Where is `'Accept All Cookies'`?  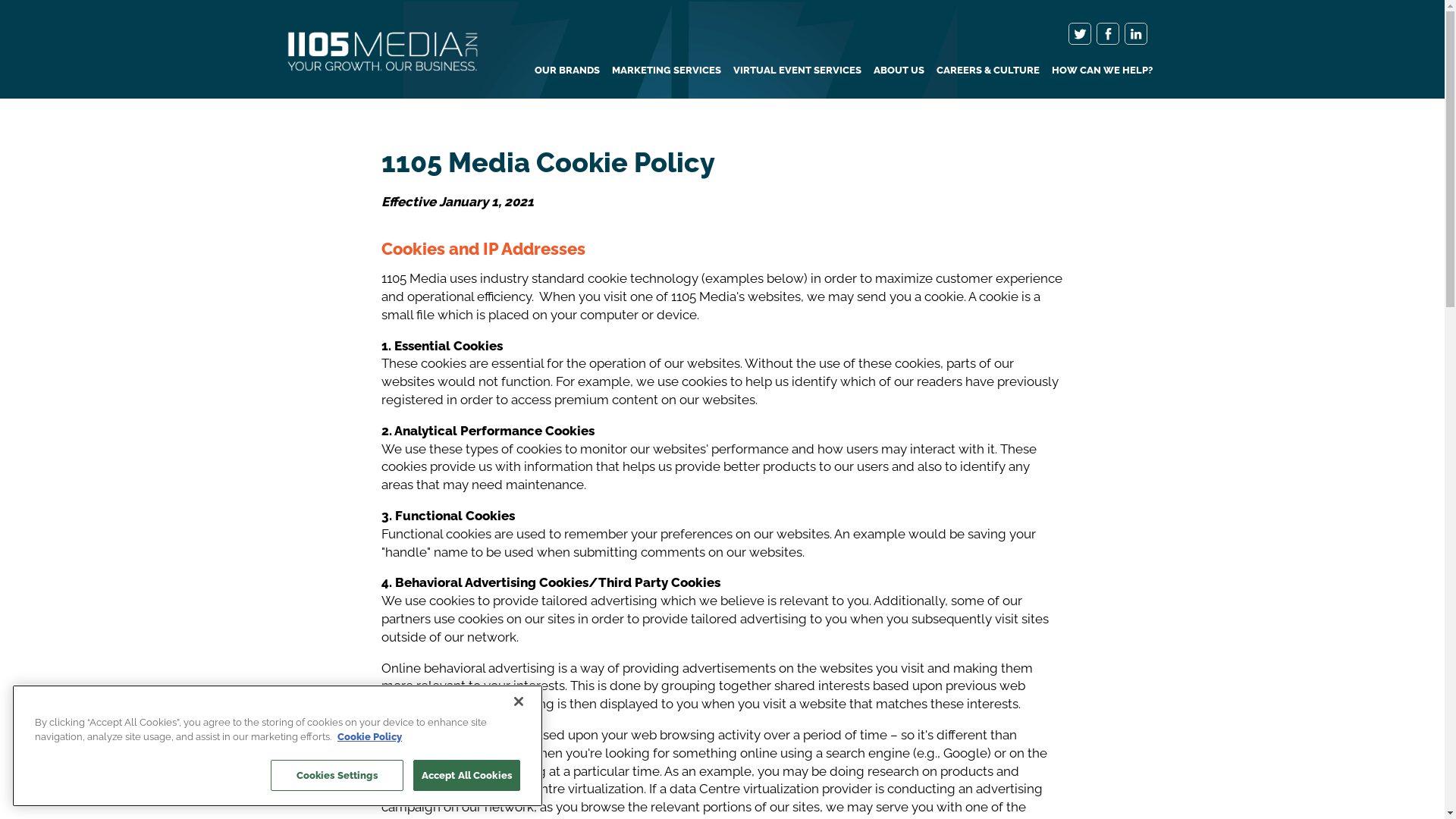 'Accept All Cookies' is located at coordinates (413, 775).